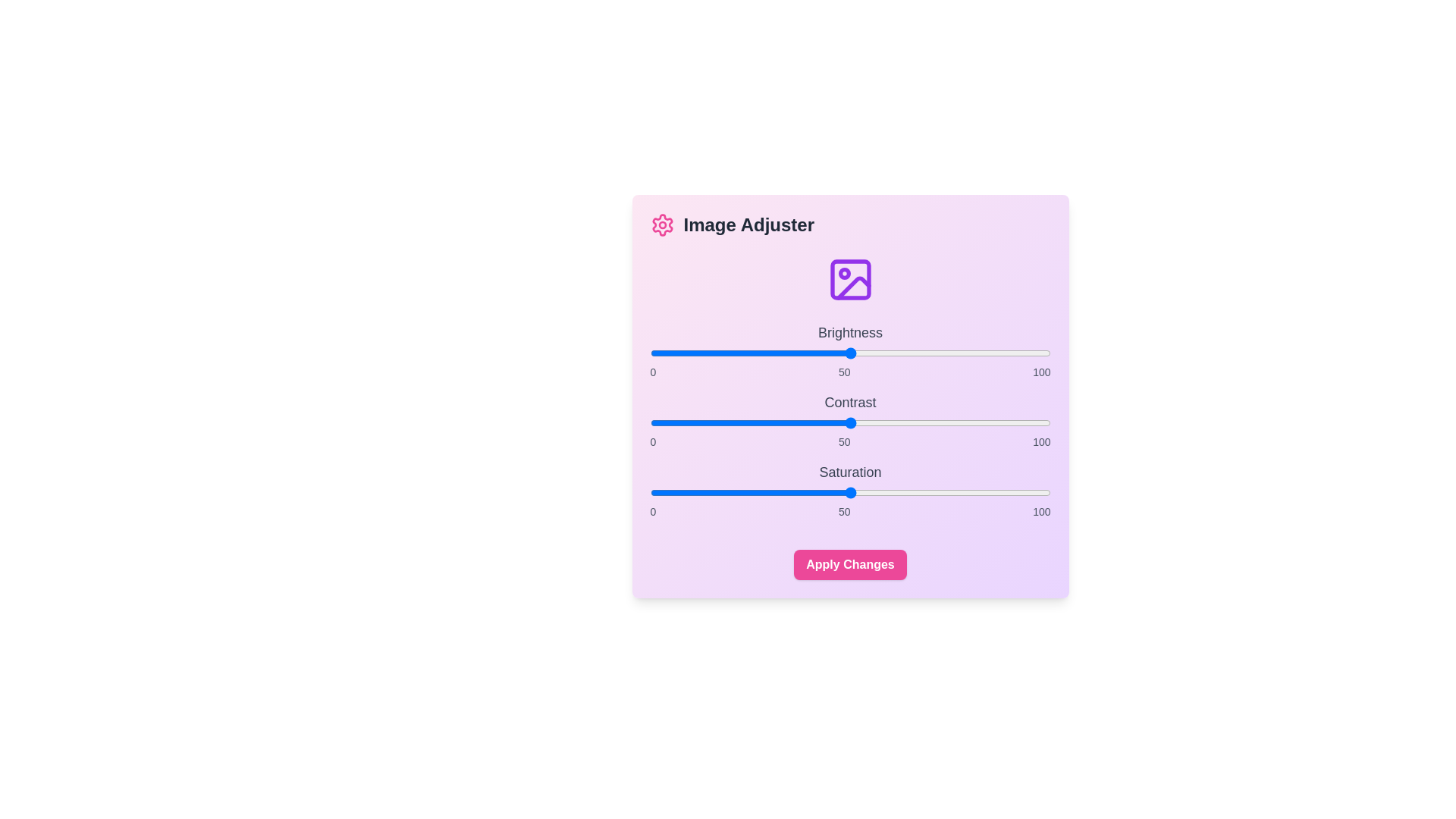  What do you see at coordinates (937, 423) in the screenshot?
I see `the contrast slider to 72 percent` at bounding box center [937, 423].